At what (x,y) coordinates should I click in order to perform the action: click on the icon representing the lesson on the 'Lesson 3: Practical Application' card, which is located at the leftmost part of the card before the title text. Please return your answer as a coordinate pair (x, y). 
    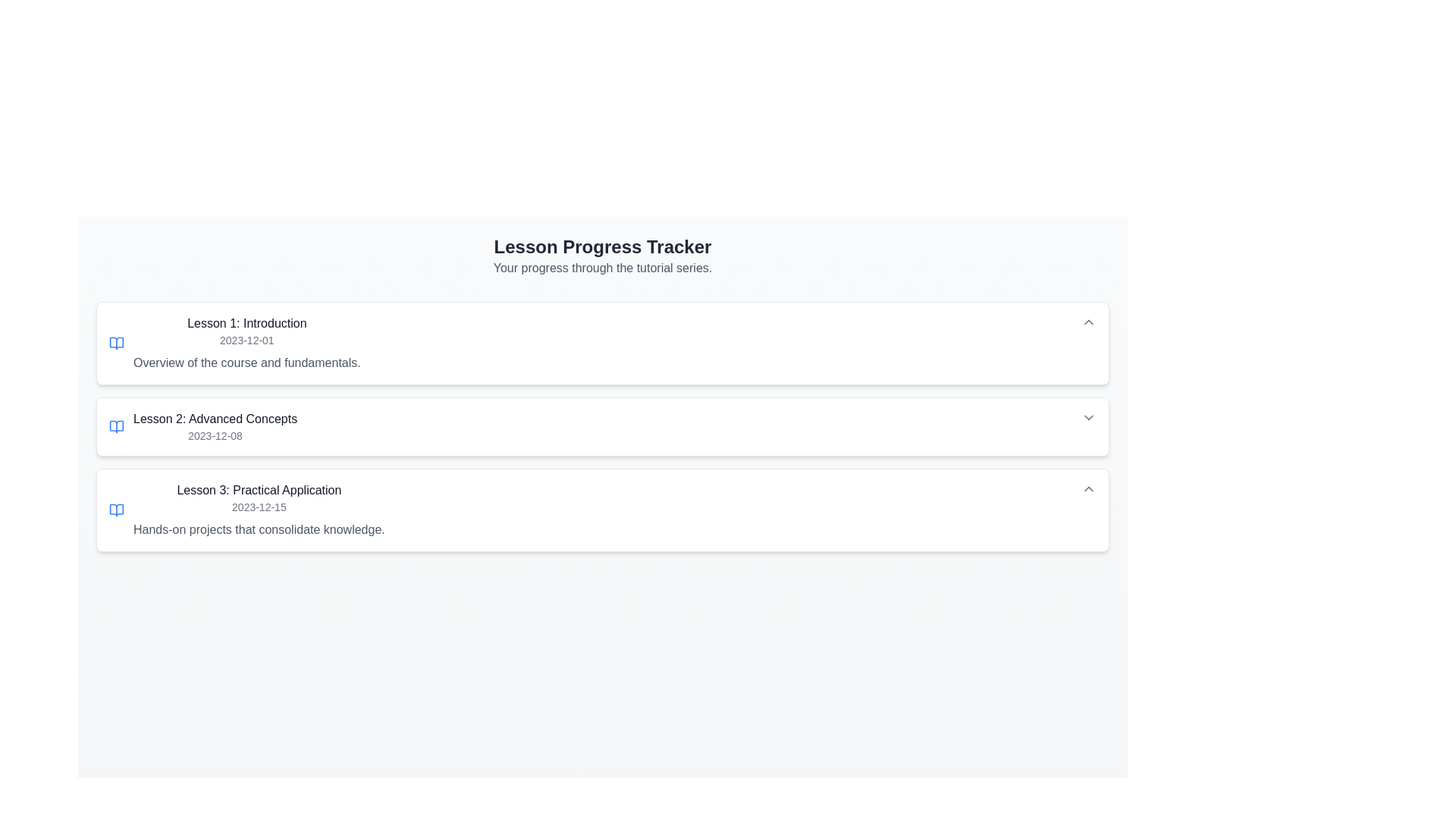
    Looking at the image, I should click on (115, 510).